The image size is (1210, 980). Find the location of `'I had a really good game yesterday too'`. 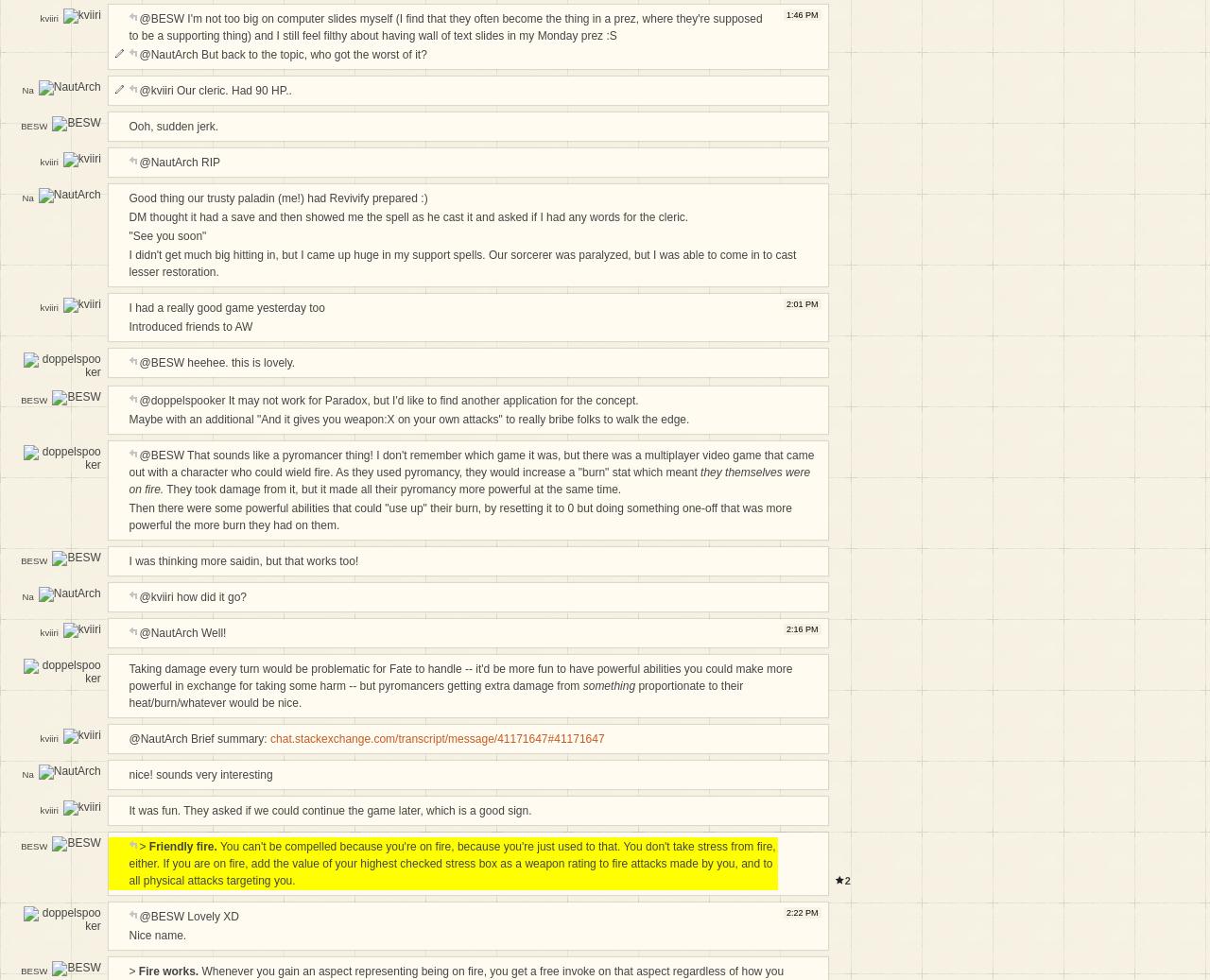

'I had a really good game yesterday too' is located at coordinates (226, 307).